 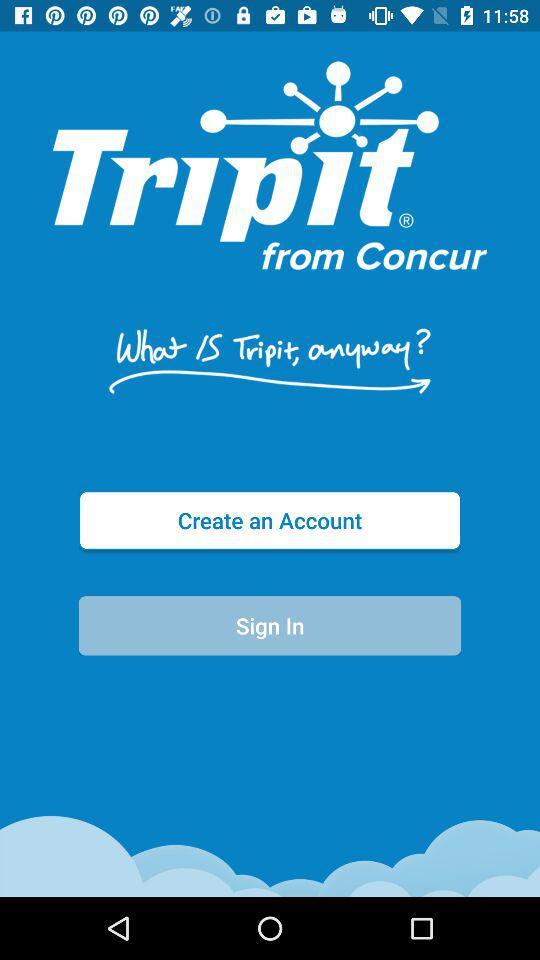 I want to click on the icon above the create an account, so click(x=269, y=360).